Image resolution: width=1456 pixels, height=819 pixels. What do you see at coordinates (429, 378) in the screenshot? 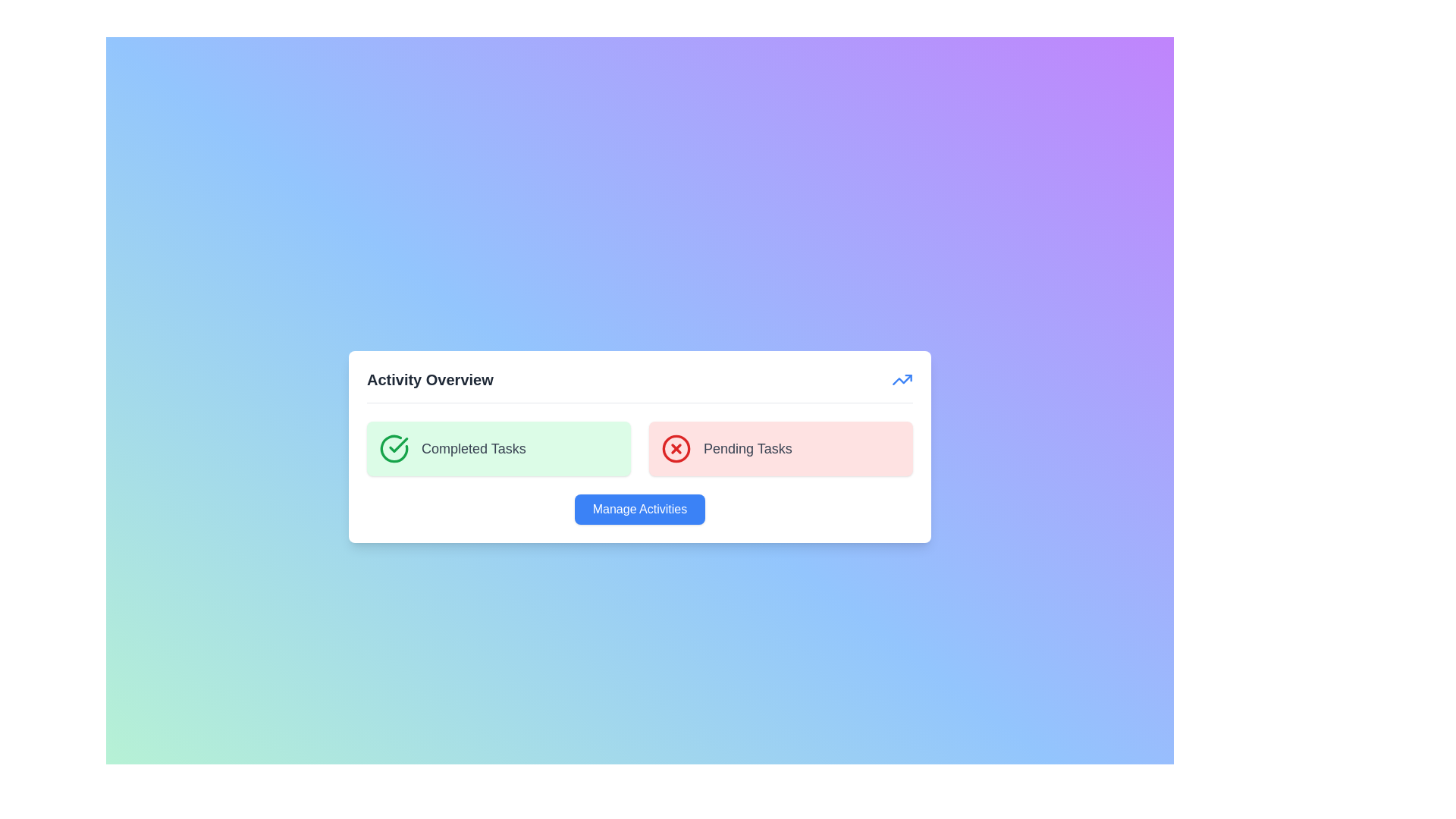
I see `'Activity Overview' header text, which is styled in bold and large font, located at the top left of the section in dark gray color` at bounding box center [429, 378].